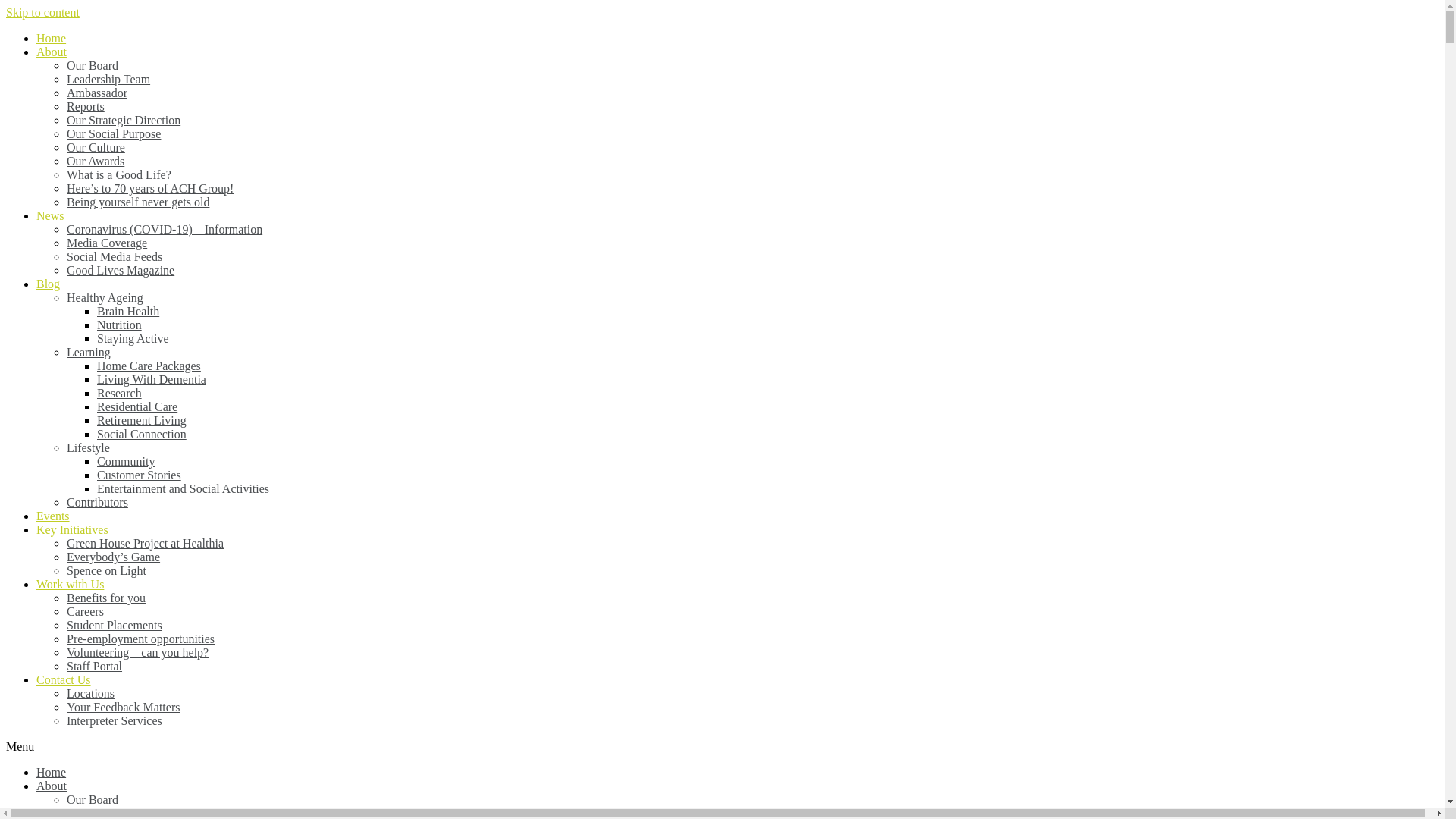 Image resolution: width=1456 pixels, height=819 pixels. I want to click on 'Our Strategic Direction', so click(124, 119).